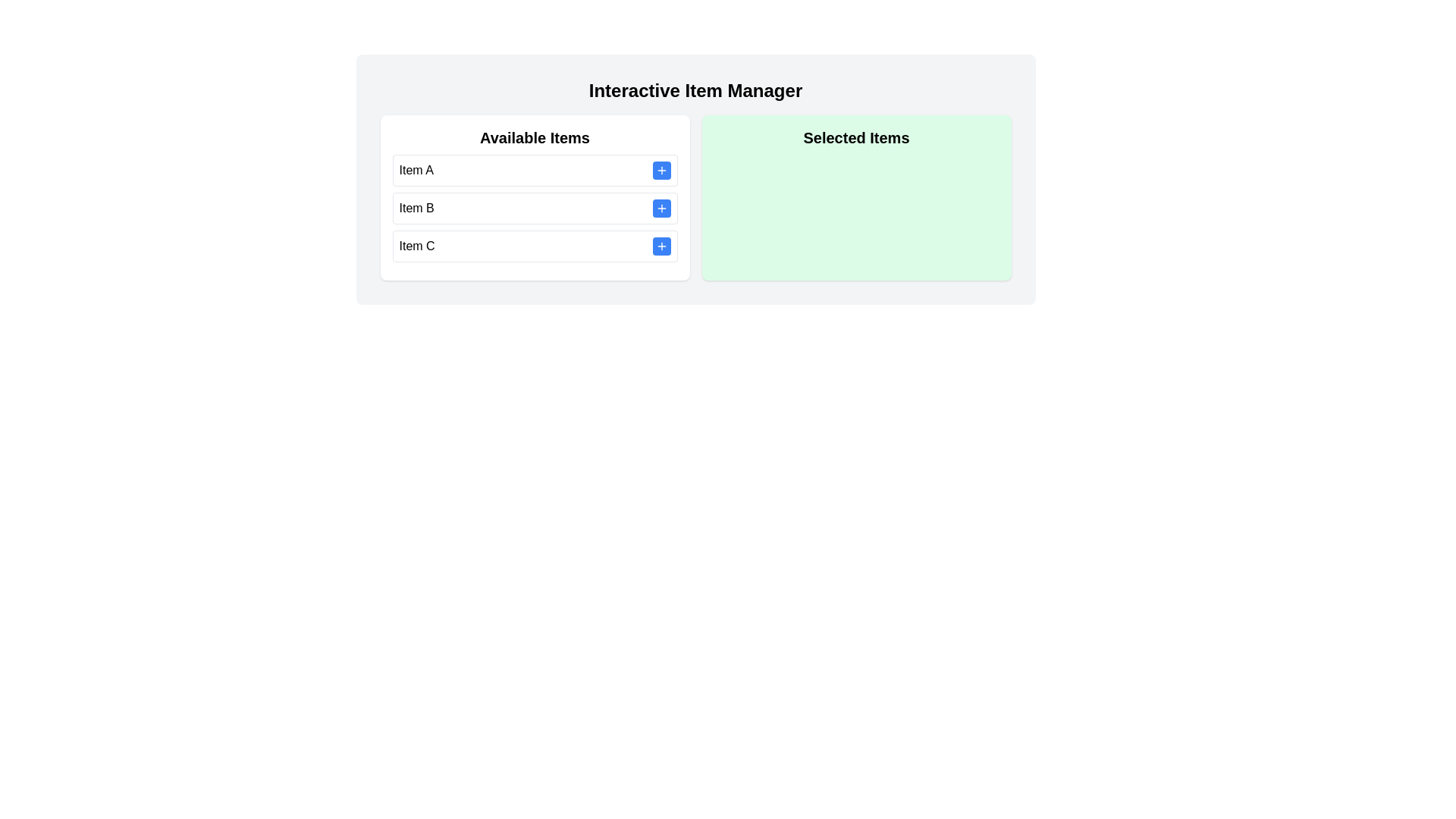  Describe the element at coordinates (695, 90) in the screenshot. I see `the text label displaying 'Interactive Item Manager', which is styled with a bold font and serves as the title of the interface` at that location.